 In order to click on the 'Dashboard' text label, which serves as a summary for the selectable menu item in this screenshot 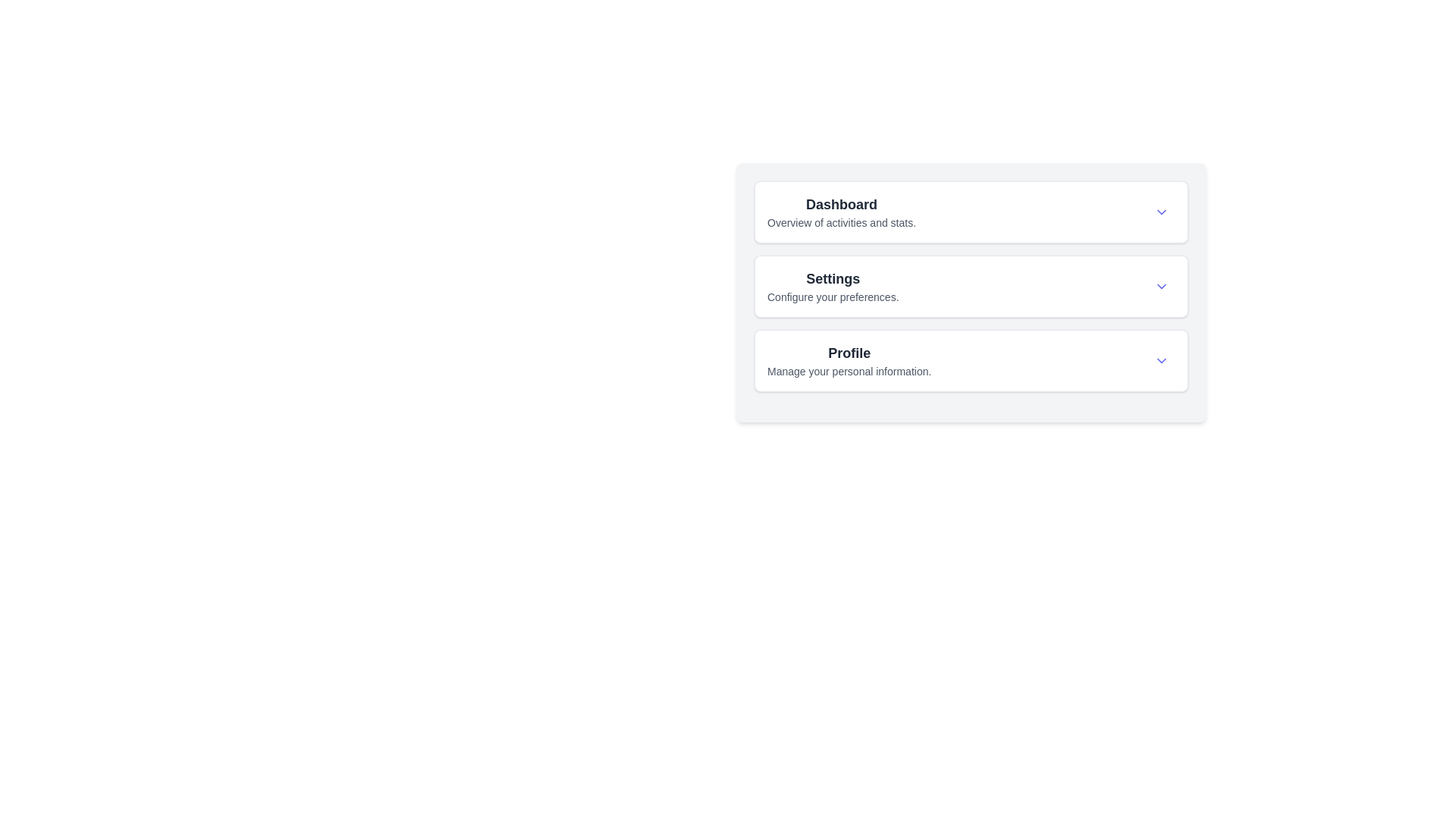, I will do `click(840, 212)`.